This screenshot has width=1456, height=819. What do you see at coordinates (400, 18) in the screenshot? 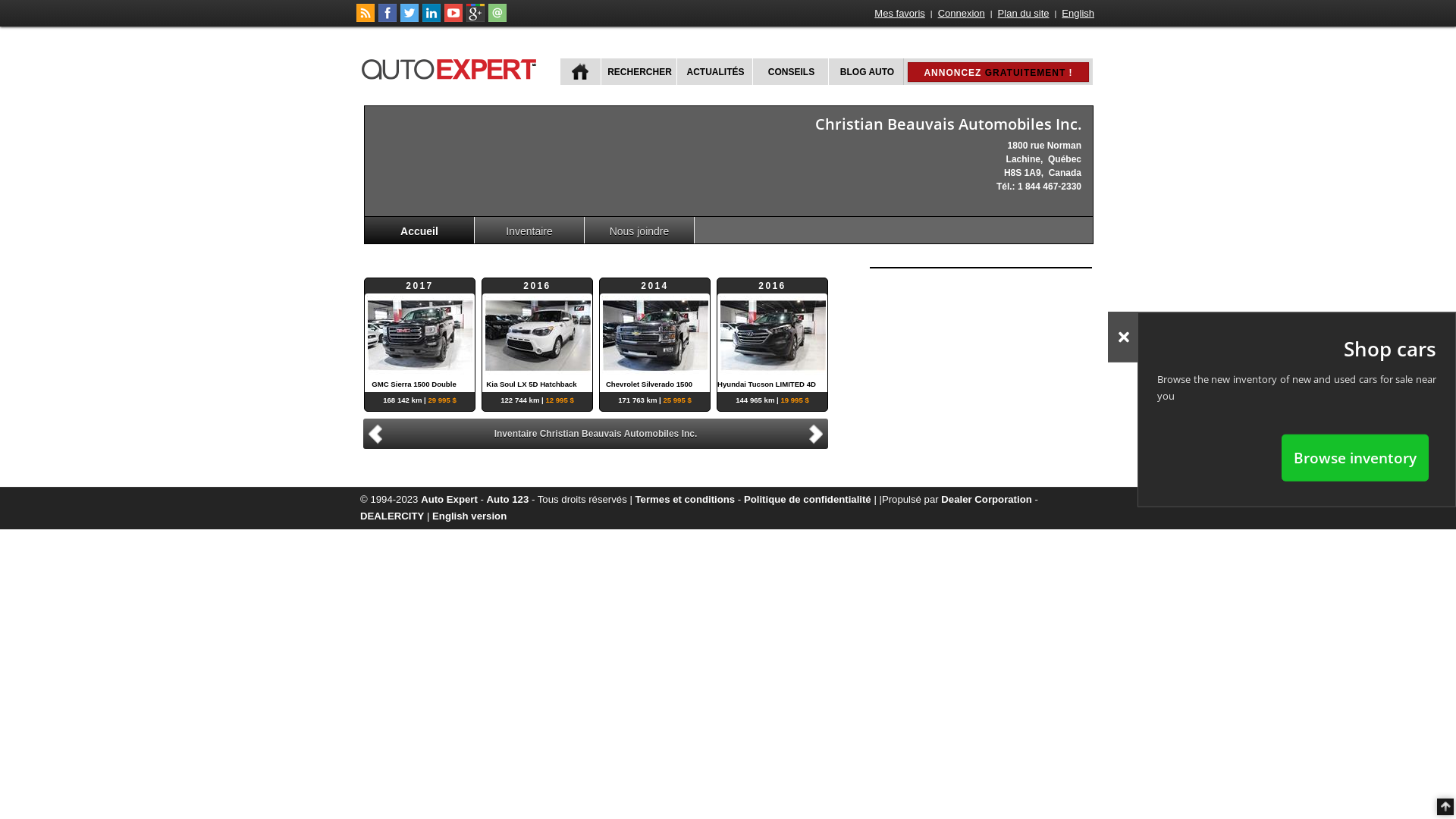
I see `'Suivez autoExpert.ca sur Twitter'` at bounding box center [400, 18].